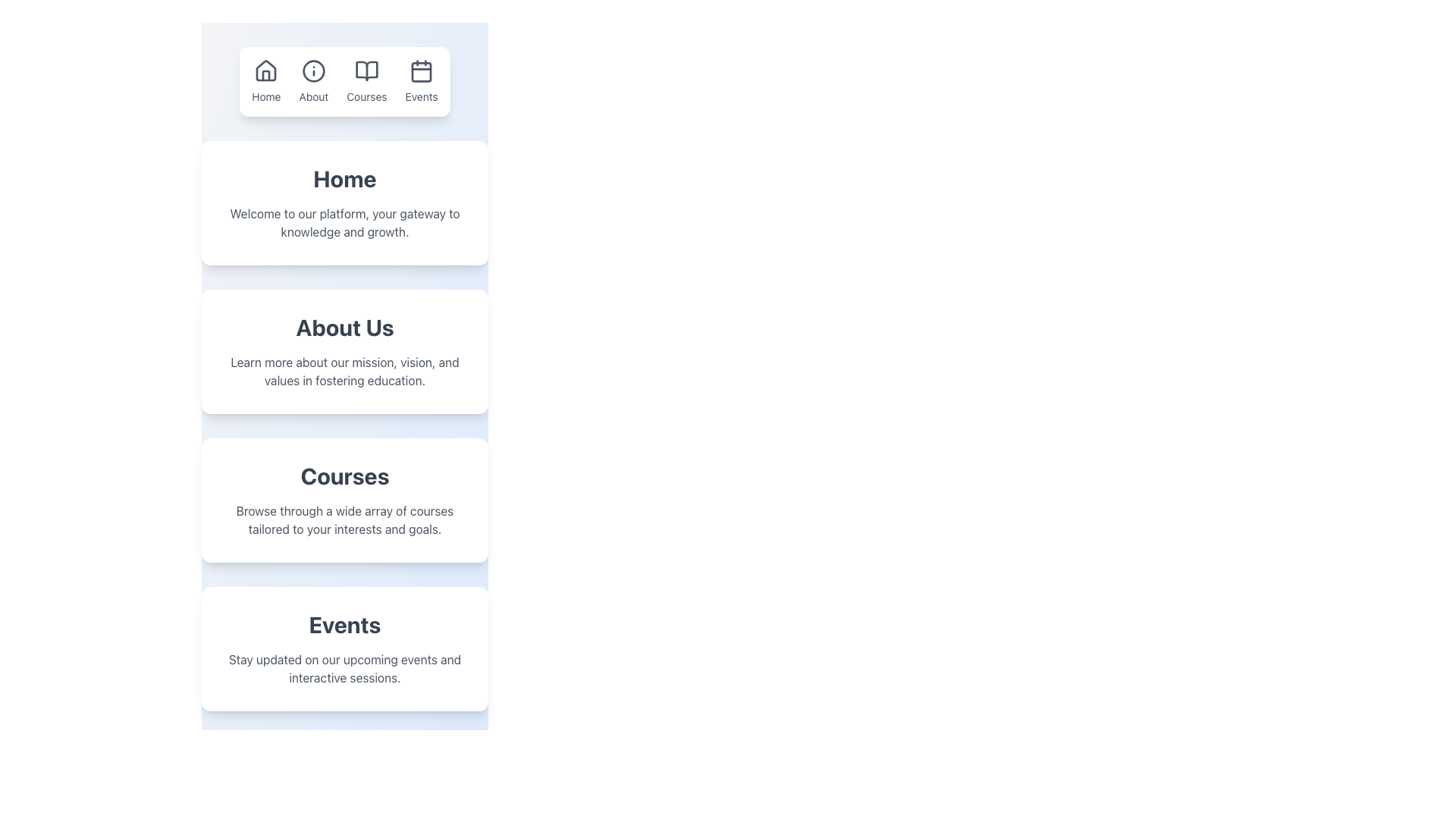  I want to click on the descriptive label for the navigation item 'Home', so click(266, 96).